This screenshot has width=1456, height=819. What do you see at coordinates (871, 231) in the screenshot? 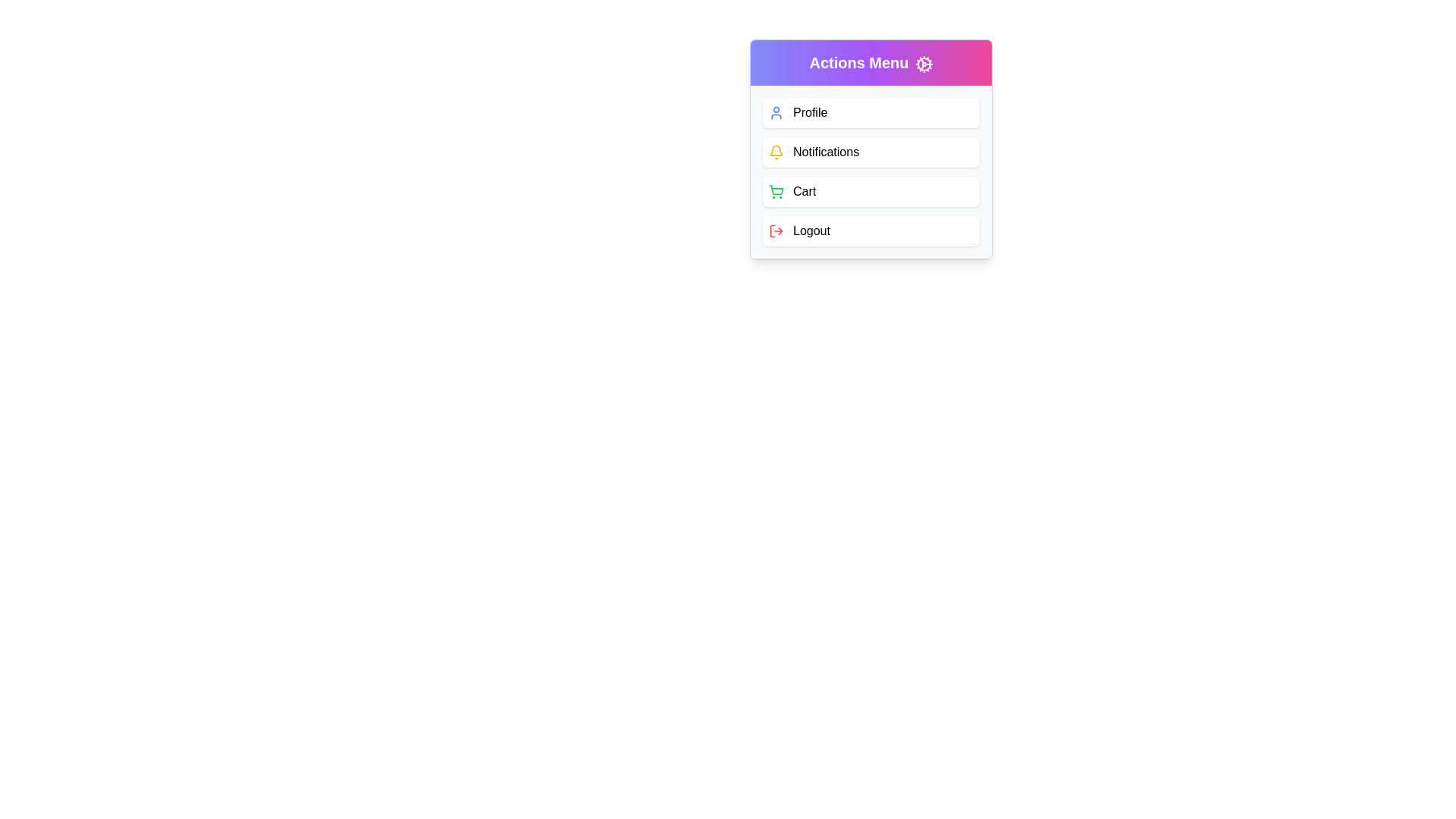
I see `the menu item Logout to observe its hover effect` at bounding box center [871, 231].